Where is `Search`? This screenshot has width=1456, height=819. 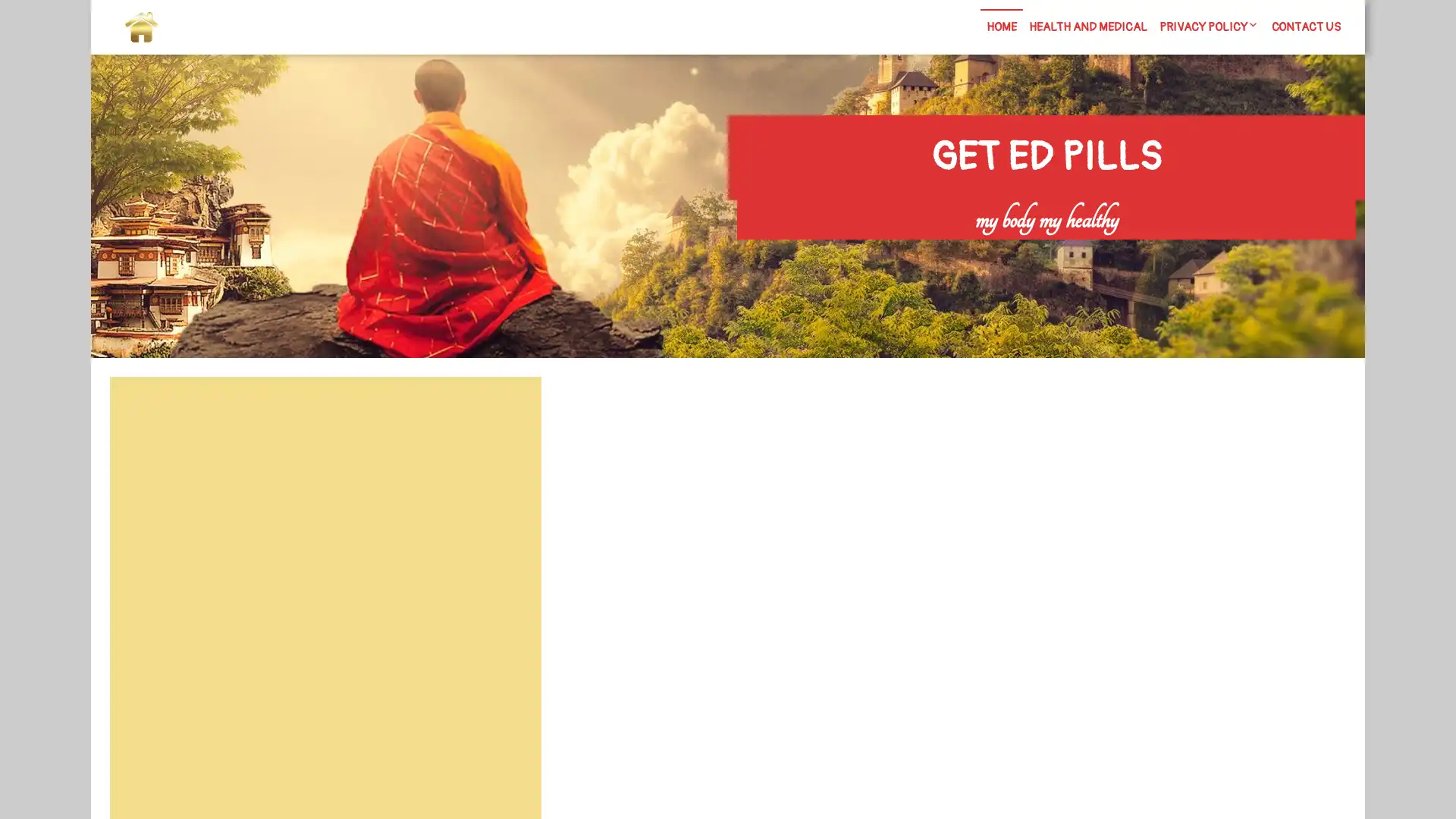
Search is located at coordinates (506, 413).